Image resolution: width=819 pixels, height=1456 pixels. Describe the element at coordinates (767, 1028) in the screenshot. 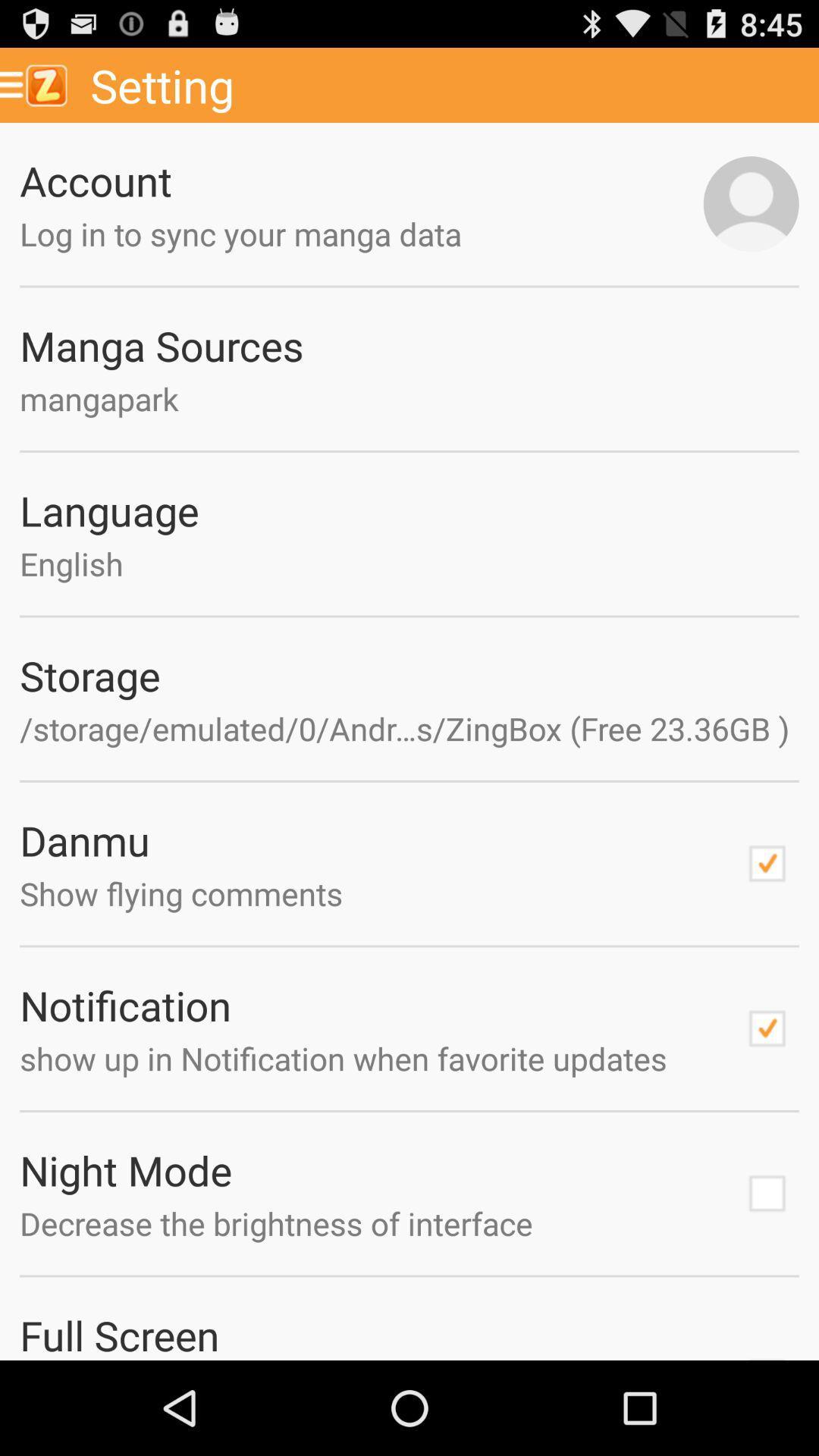

I see `check mark box` at that location.